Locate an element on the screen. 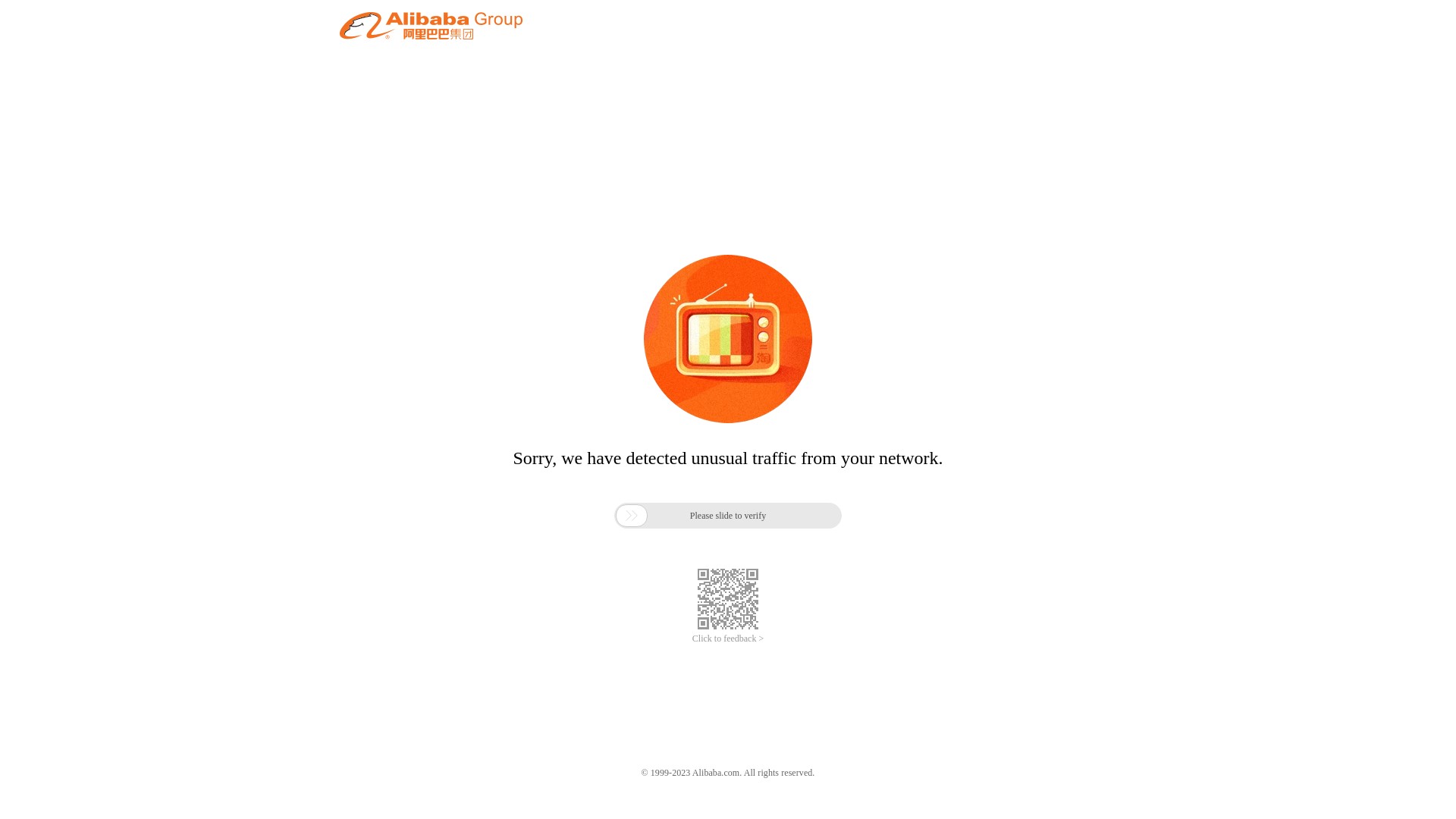 The width and height of the screenshot is (1456, 819). 'Click to feedback >' is located at coordinates (728, 639).